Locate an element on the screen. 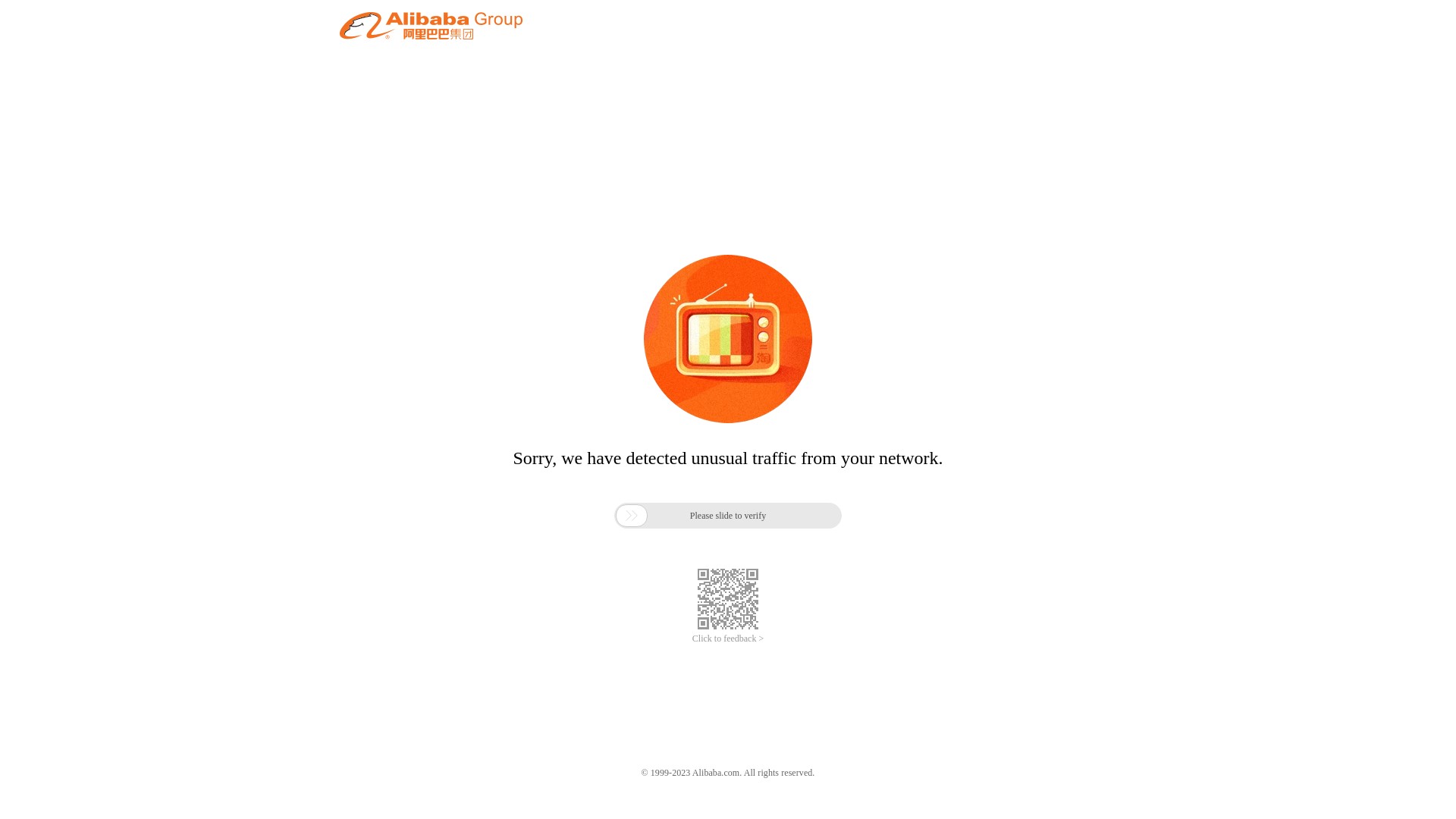 The width and height of the screenshot is (1456, 819). 'Click to feedback >' is located at coordinates (728, 639).